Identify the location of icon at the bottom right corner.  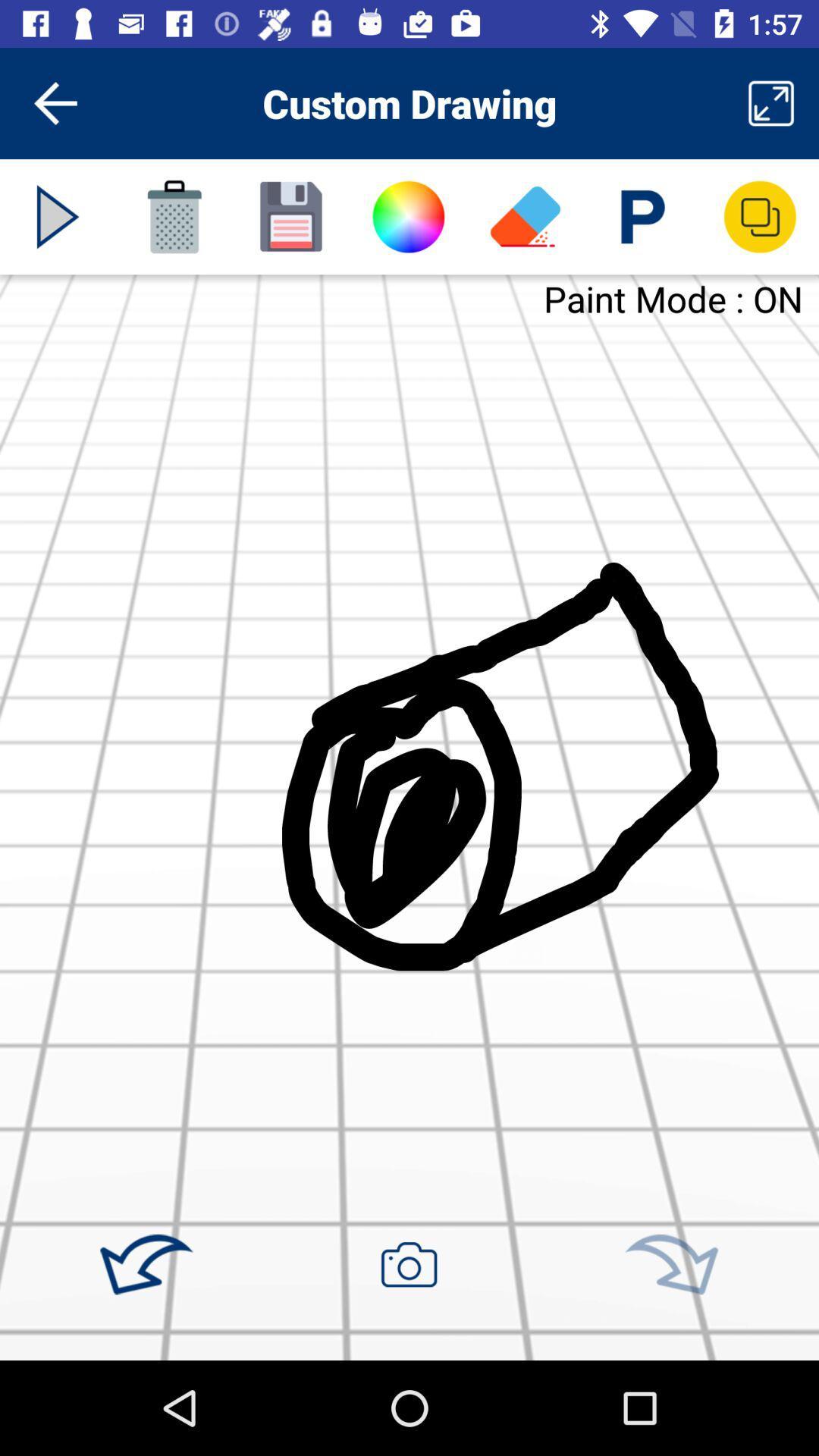
(670, 1265).